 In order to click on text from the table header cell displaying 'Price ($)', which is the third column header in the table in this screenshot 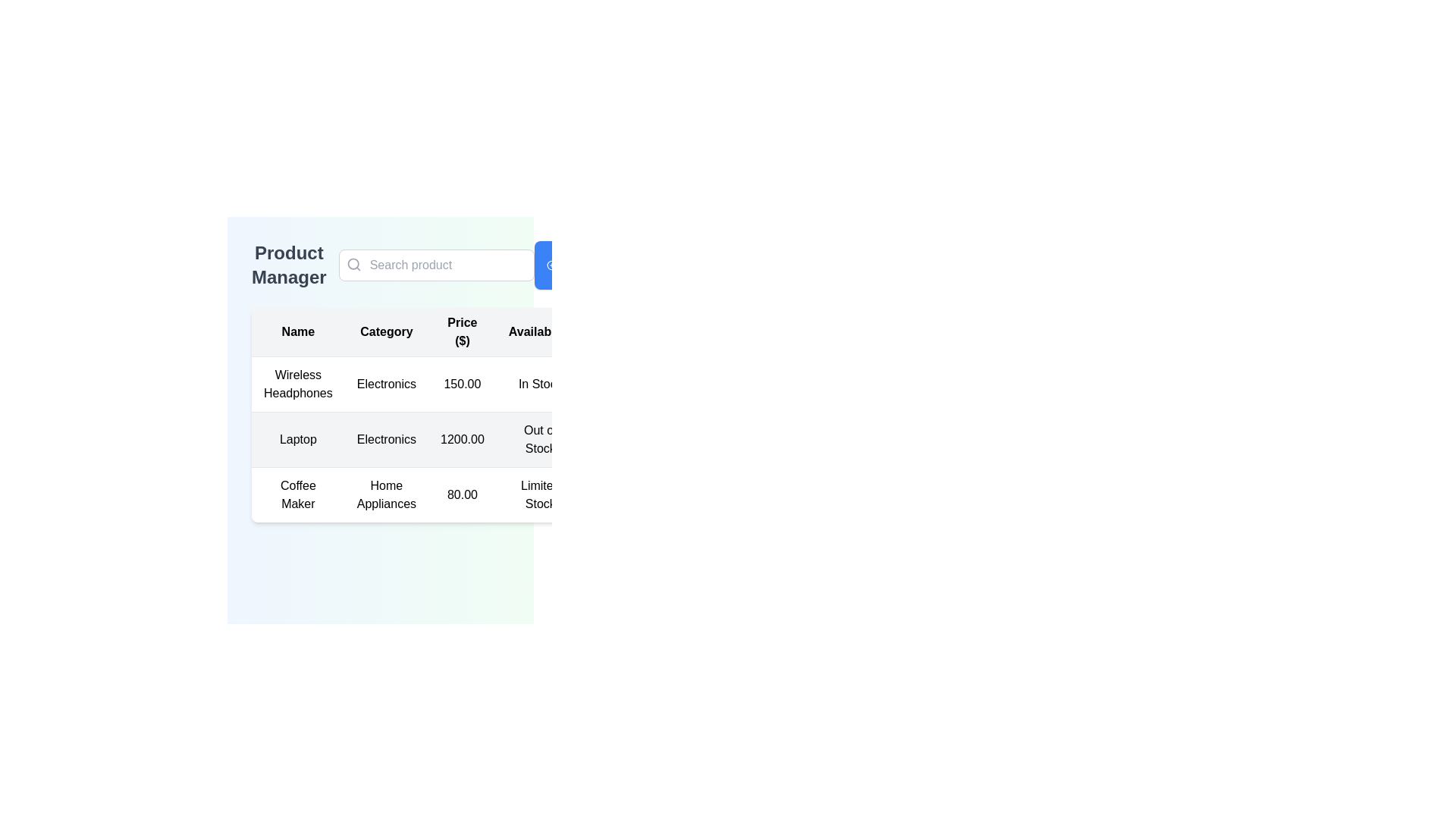, I will do `click(461, 331)`.